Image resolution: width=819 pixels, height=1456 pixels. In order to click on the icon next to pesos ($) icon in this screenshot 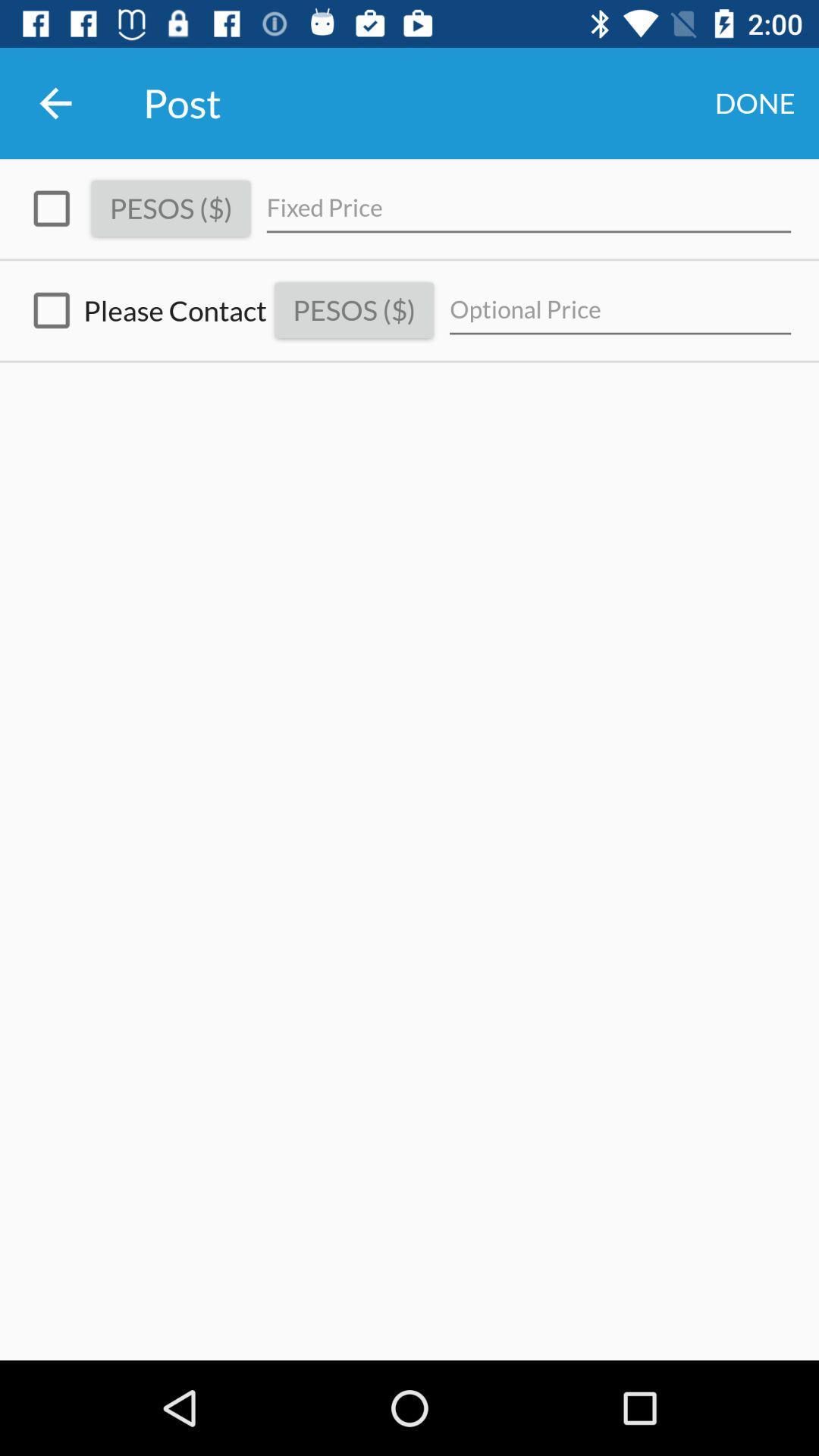, I will do `click(620, 309)`.